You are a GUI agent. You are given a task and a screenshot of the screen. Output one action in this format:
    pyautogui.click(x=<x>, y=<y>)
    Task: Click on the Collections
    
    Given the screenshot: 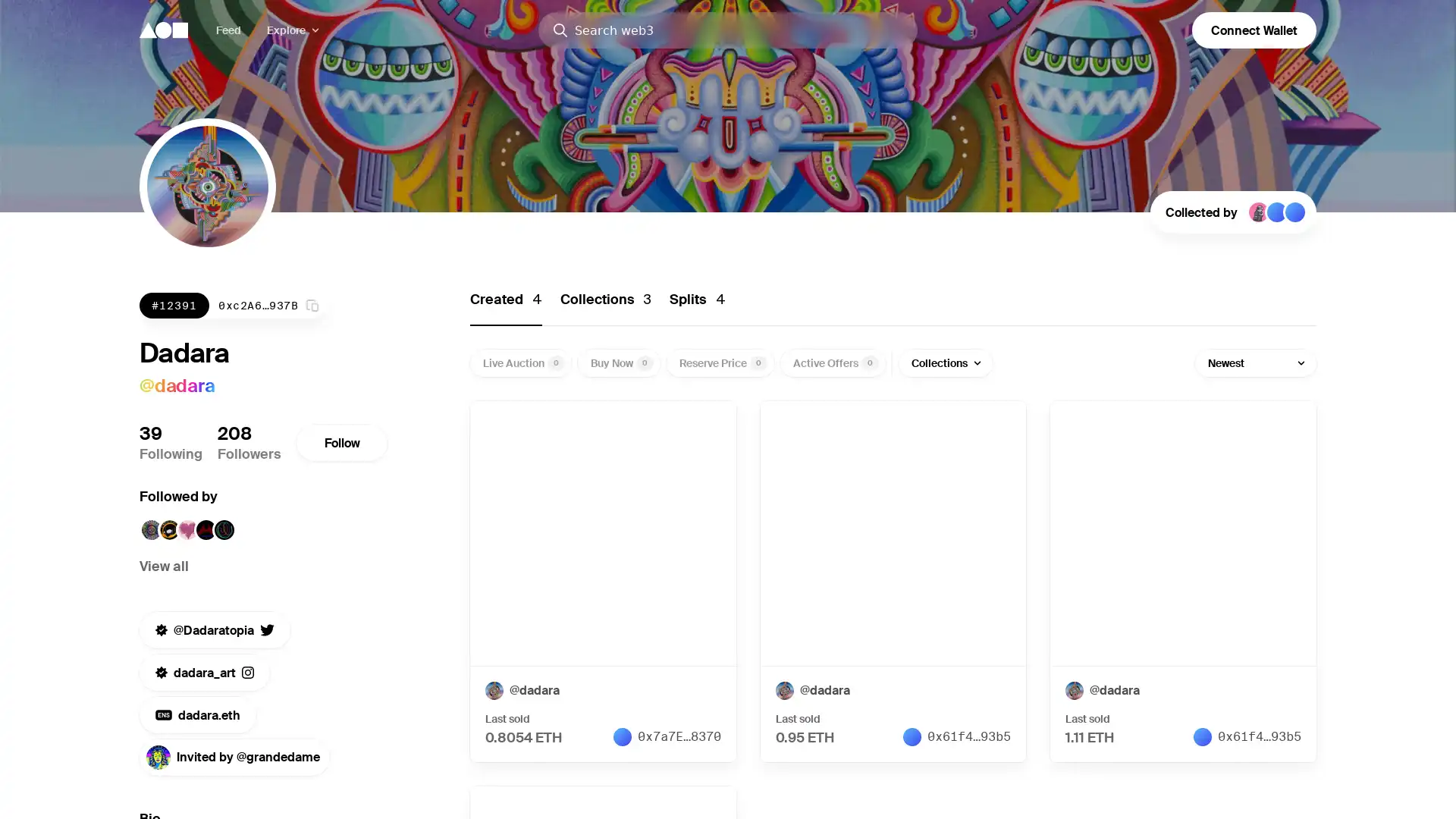 What is the action you would take?
    pyautogui.click(x=945, y=362)
    